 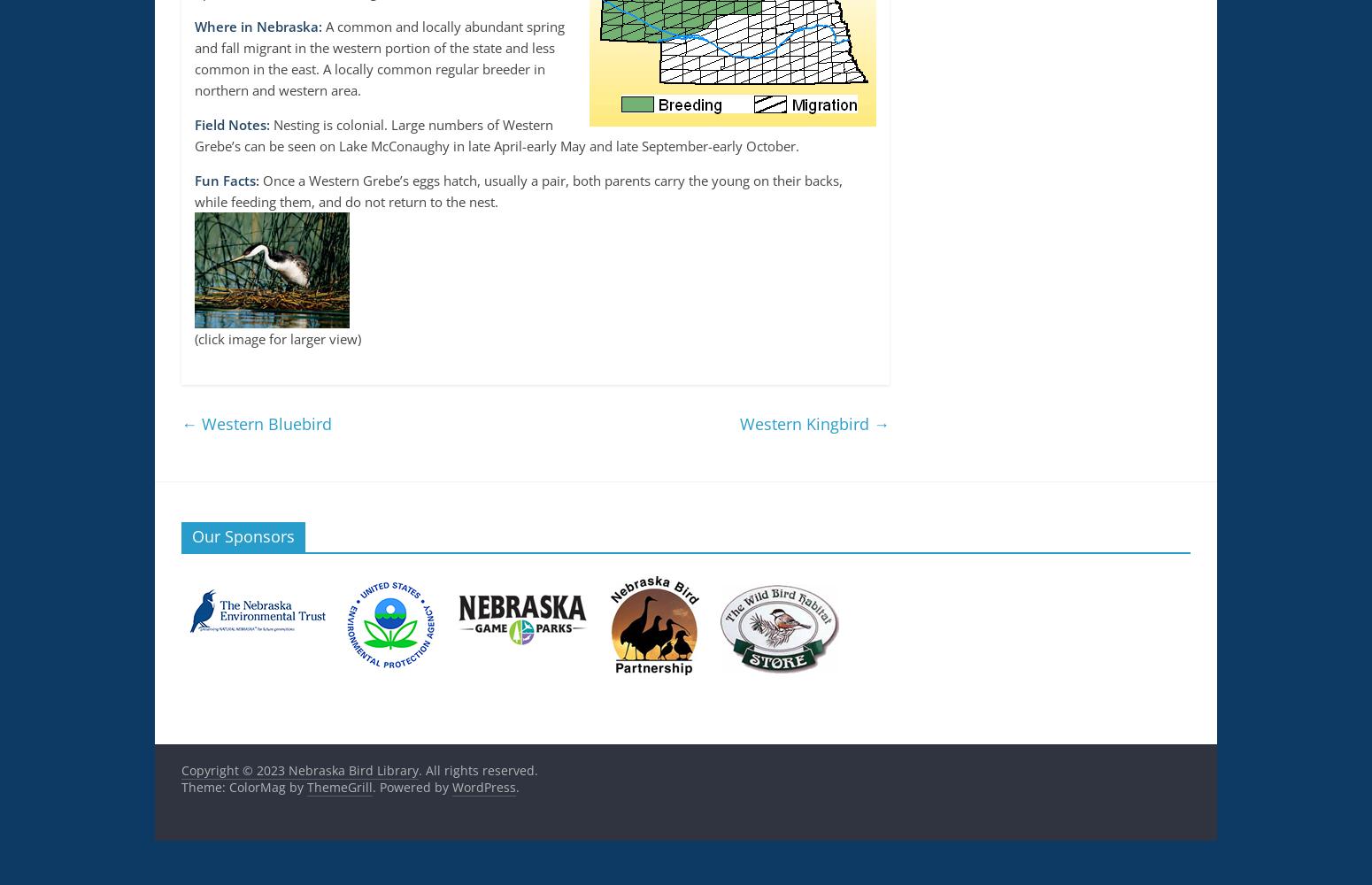 What do you see at coordinates (197, 423) in the screenshot?
I see `'Western Bluebird'` at bounding box center [197, 423].